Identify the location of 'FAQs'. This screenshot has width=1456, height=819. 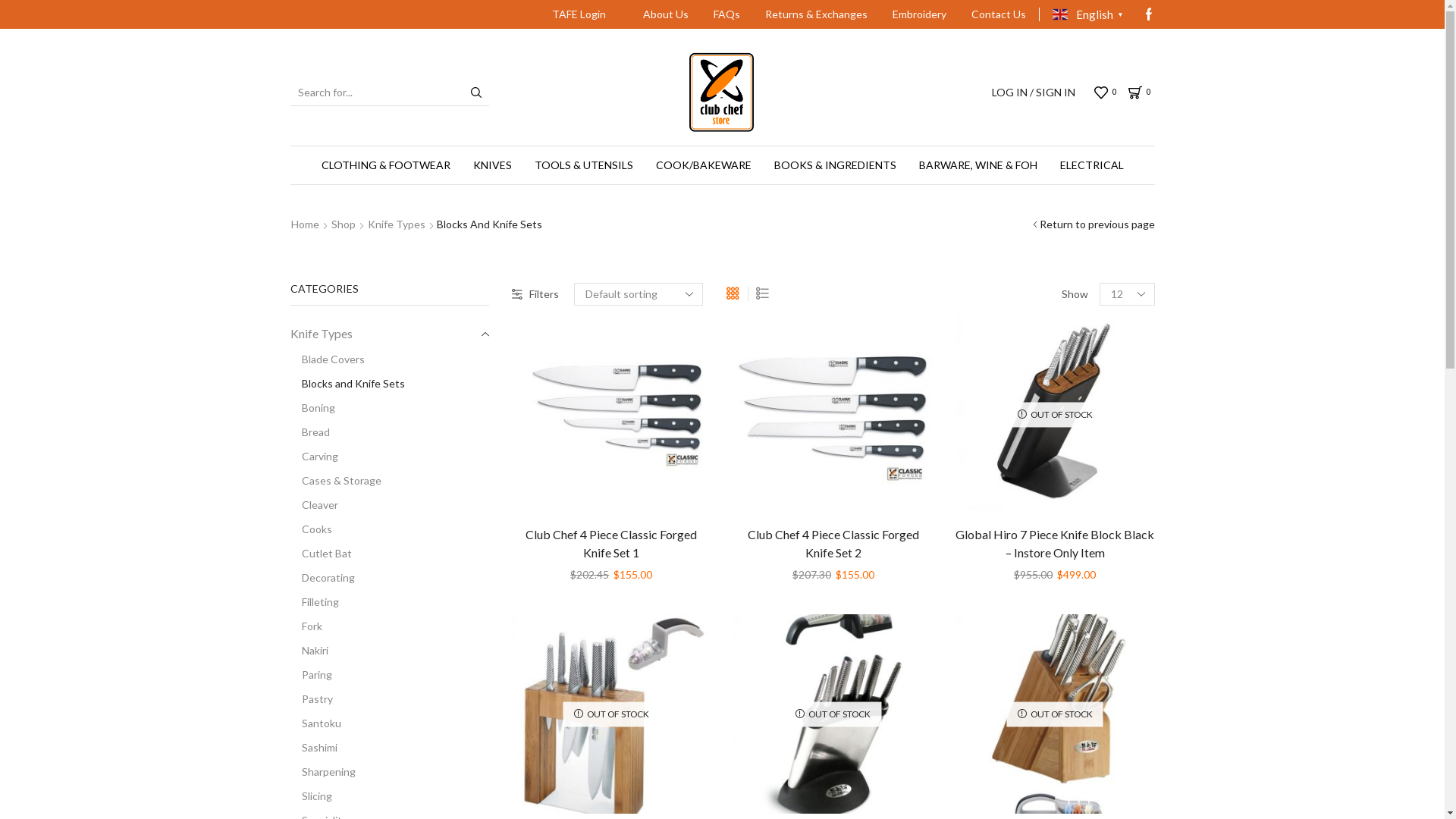
(726, 14).